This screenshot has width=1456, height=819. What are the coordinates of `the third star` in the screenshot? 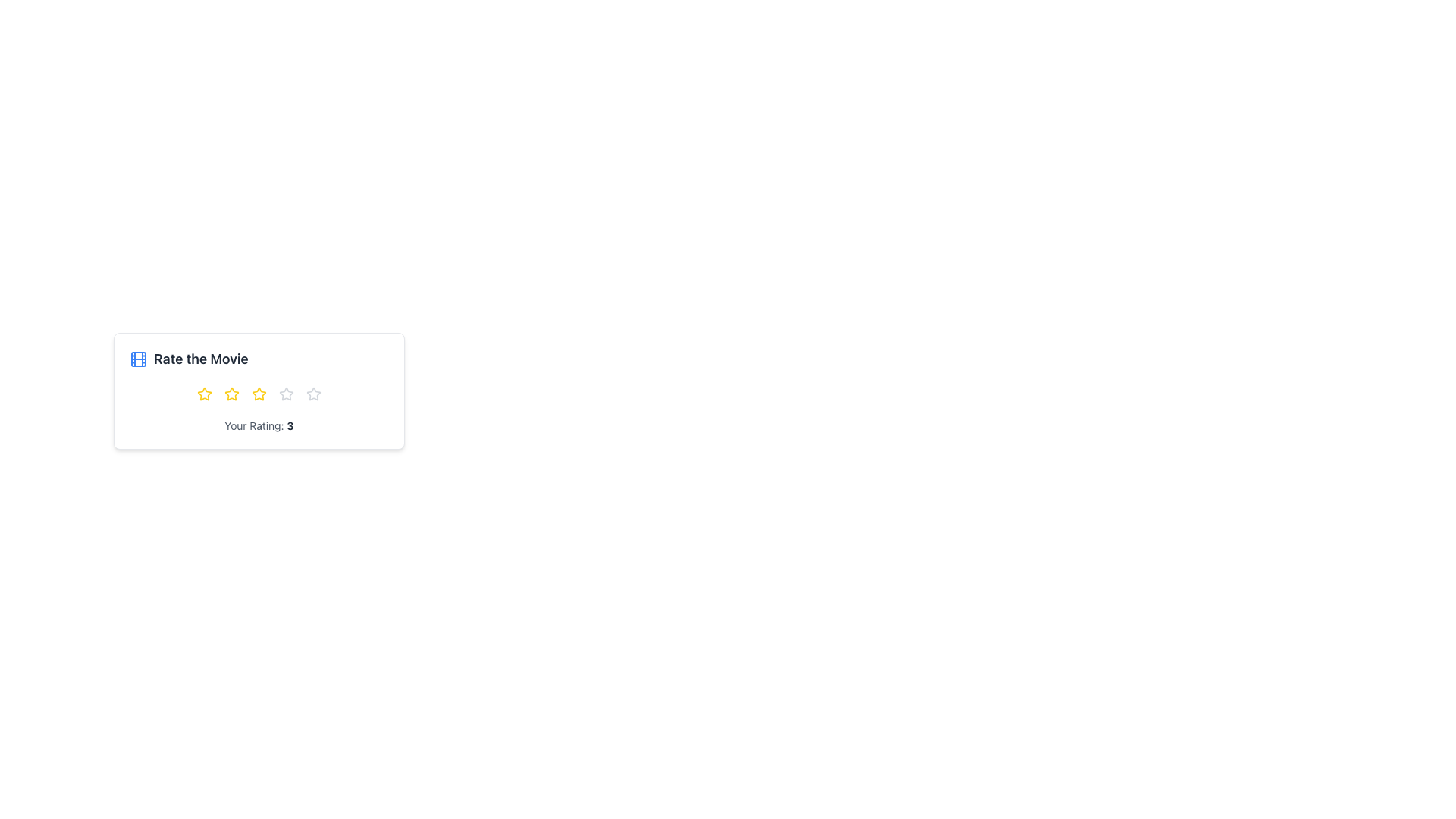 It's located at (287, 394).